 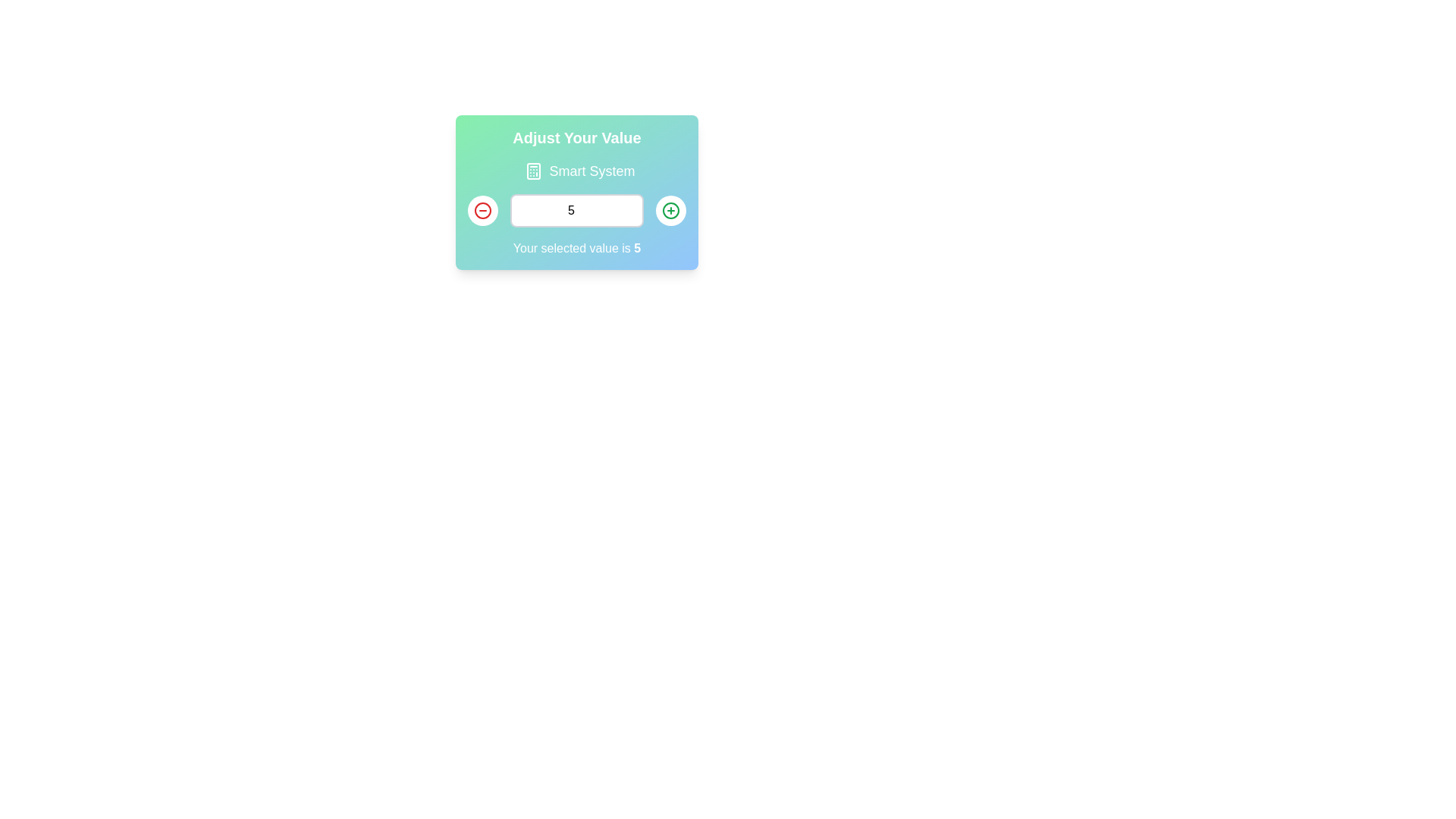 I want to click on the decorative calculator icon, which features a clean and minimalistic design with a white color scheme, located to the left of the 'Smart System' text, so click(x=534, y=171).